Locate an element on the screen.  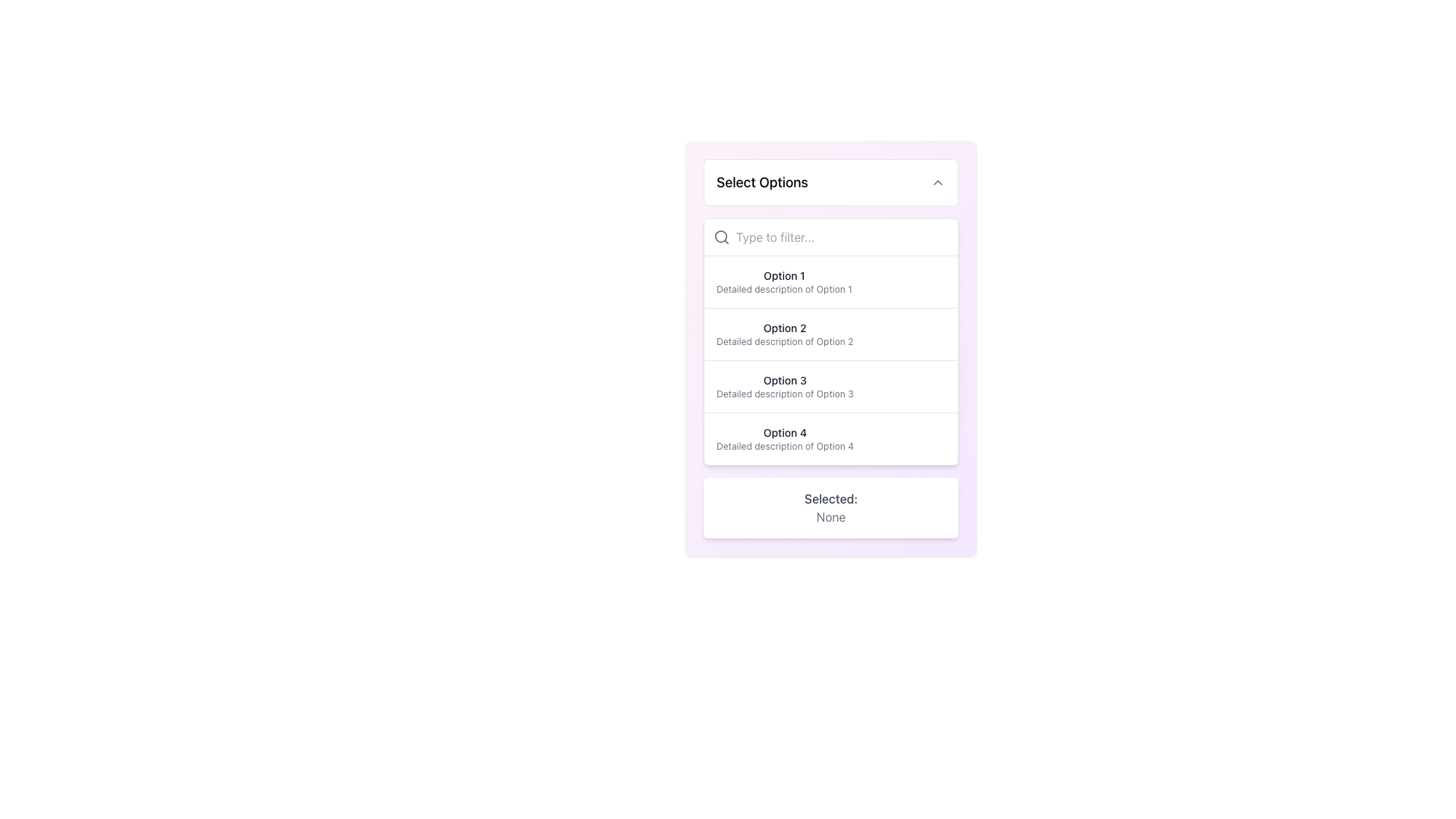
text label displaying 'Detailed description of Option 1' located directly beneath the header 'Option 1' in the dropdown selection interface is located at coordinates (784, 289).